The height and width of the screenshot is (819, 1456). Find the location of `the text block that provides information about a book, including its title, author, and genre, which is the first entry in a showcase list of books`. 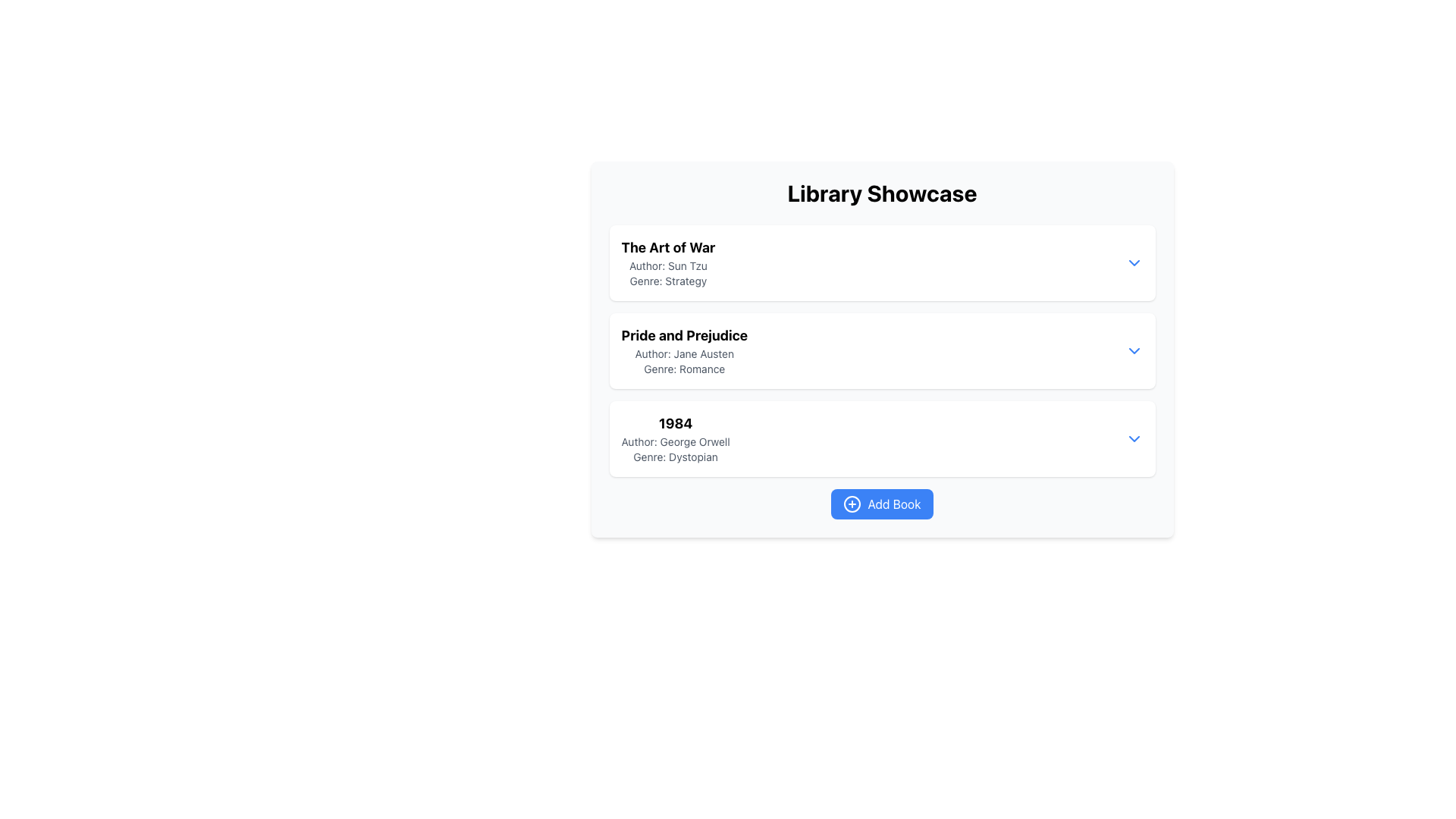

the text block that provides information about a book, including its title, author, and genre, which is the first entry in a showcase list of books is located at coordinates (667, 262).